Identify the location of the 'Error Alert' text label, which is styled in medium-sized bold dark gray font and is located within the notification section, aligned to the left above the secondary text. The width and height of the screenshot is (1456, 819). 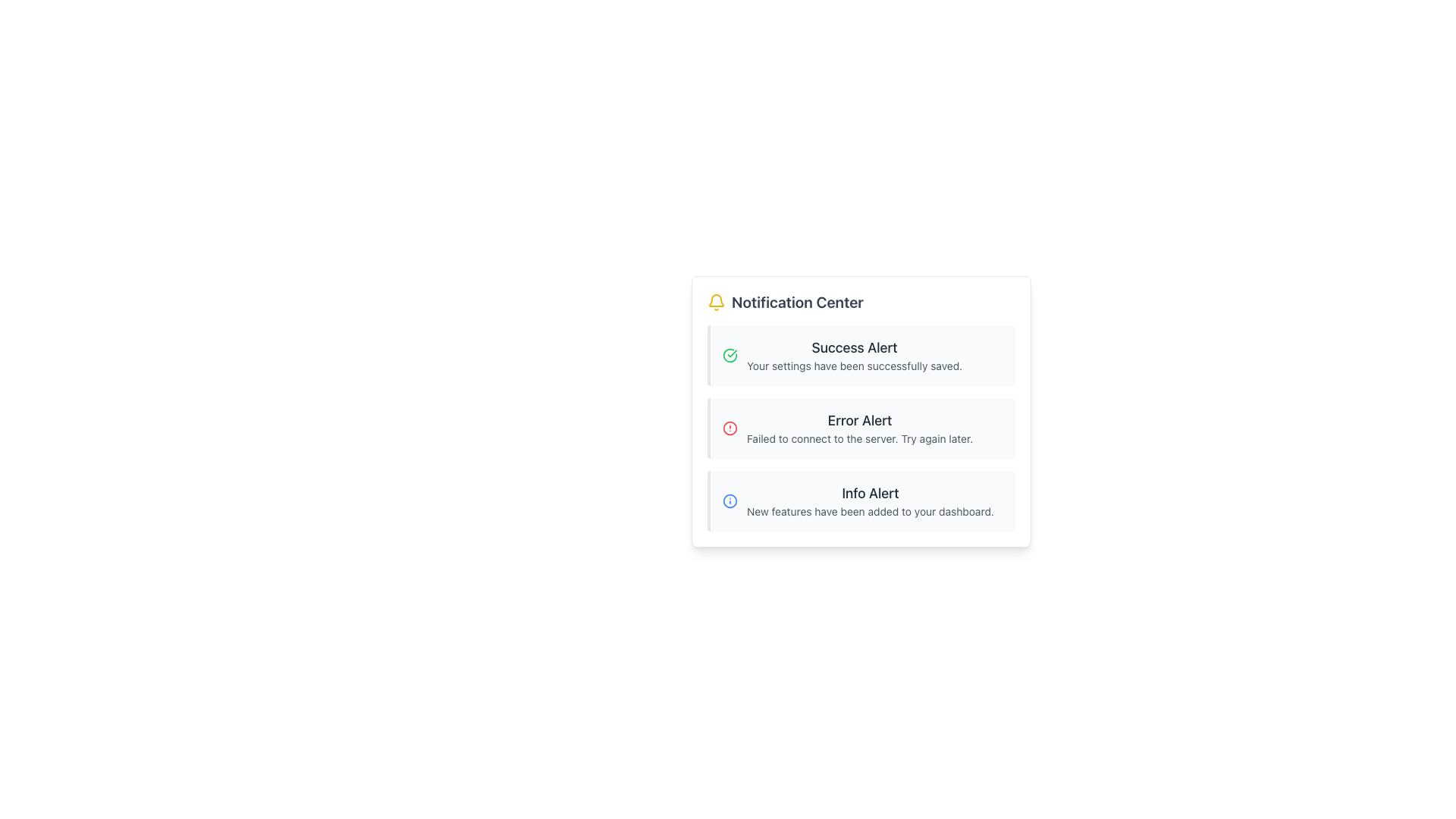
(860, 421).